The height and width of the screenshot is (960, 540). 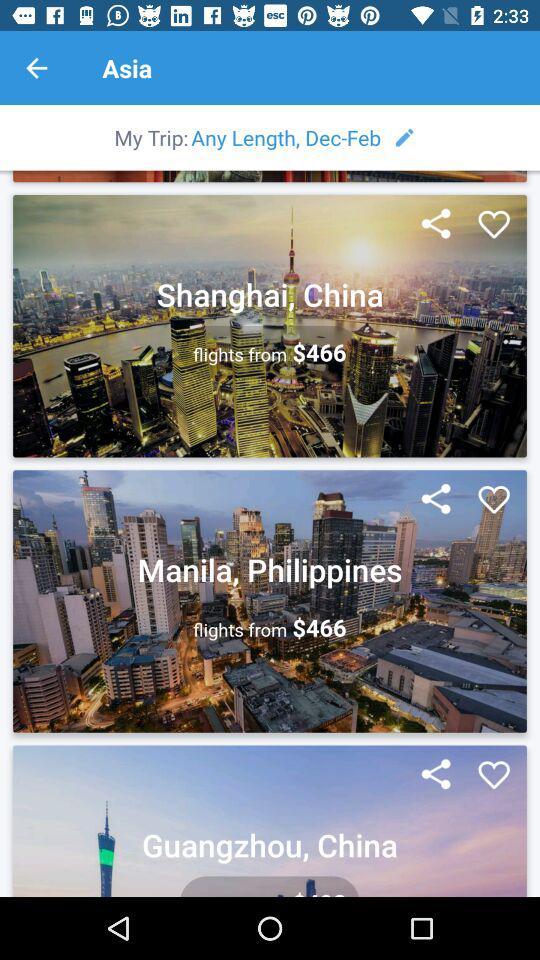 What do you see at coordinates (435, 774) in the screenshot?
I see `share` at bounding box center [435, 774].